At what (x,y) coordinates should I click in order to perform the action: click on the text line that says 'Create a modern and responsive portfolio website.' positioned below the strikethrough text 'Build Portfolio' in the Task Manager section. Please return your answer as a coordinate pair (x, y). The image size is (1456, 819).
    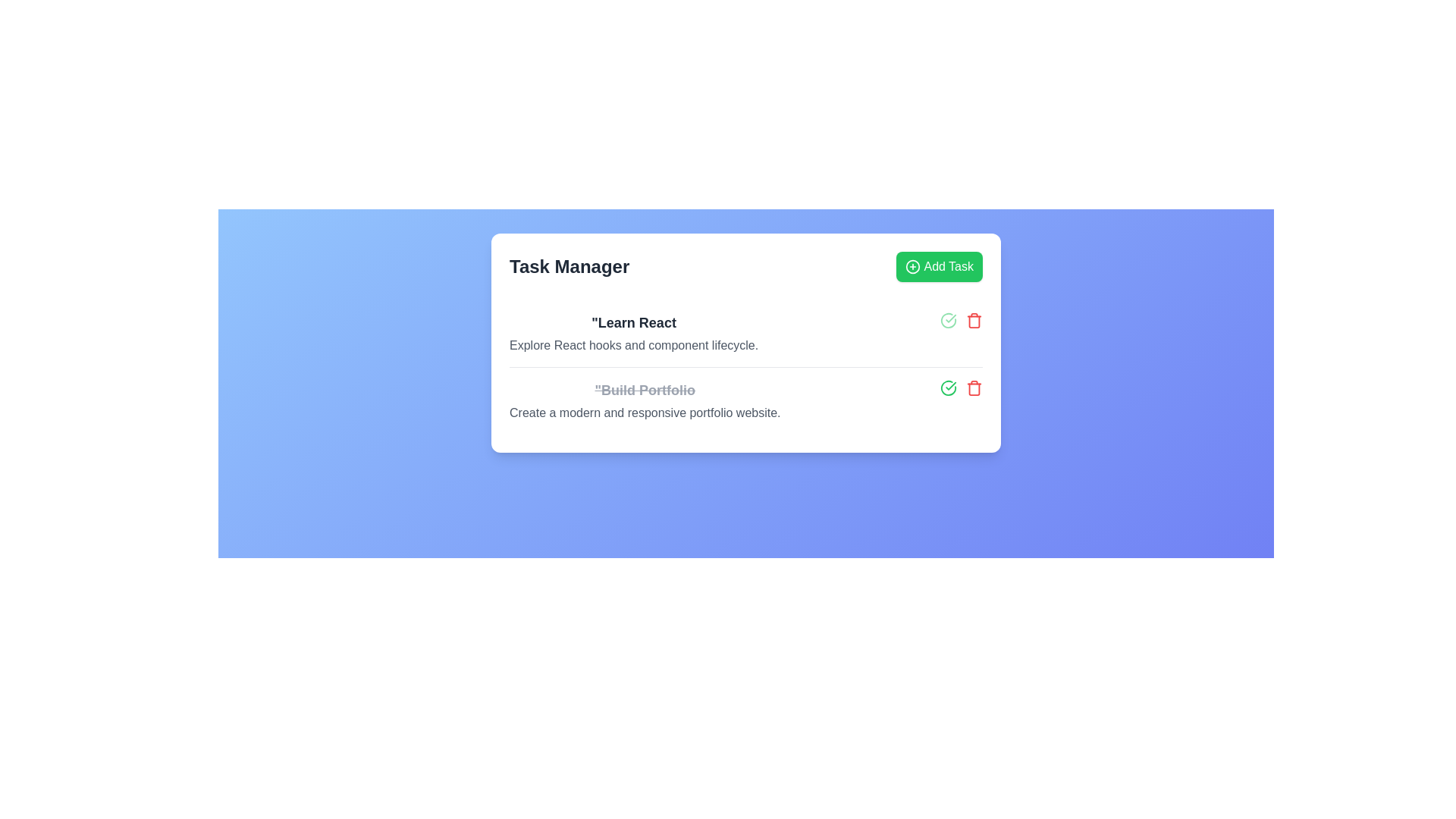
    Looking at the image, I should click on (645, 413).